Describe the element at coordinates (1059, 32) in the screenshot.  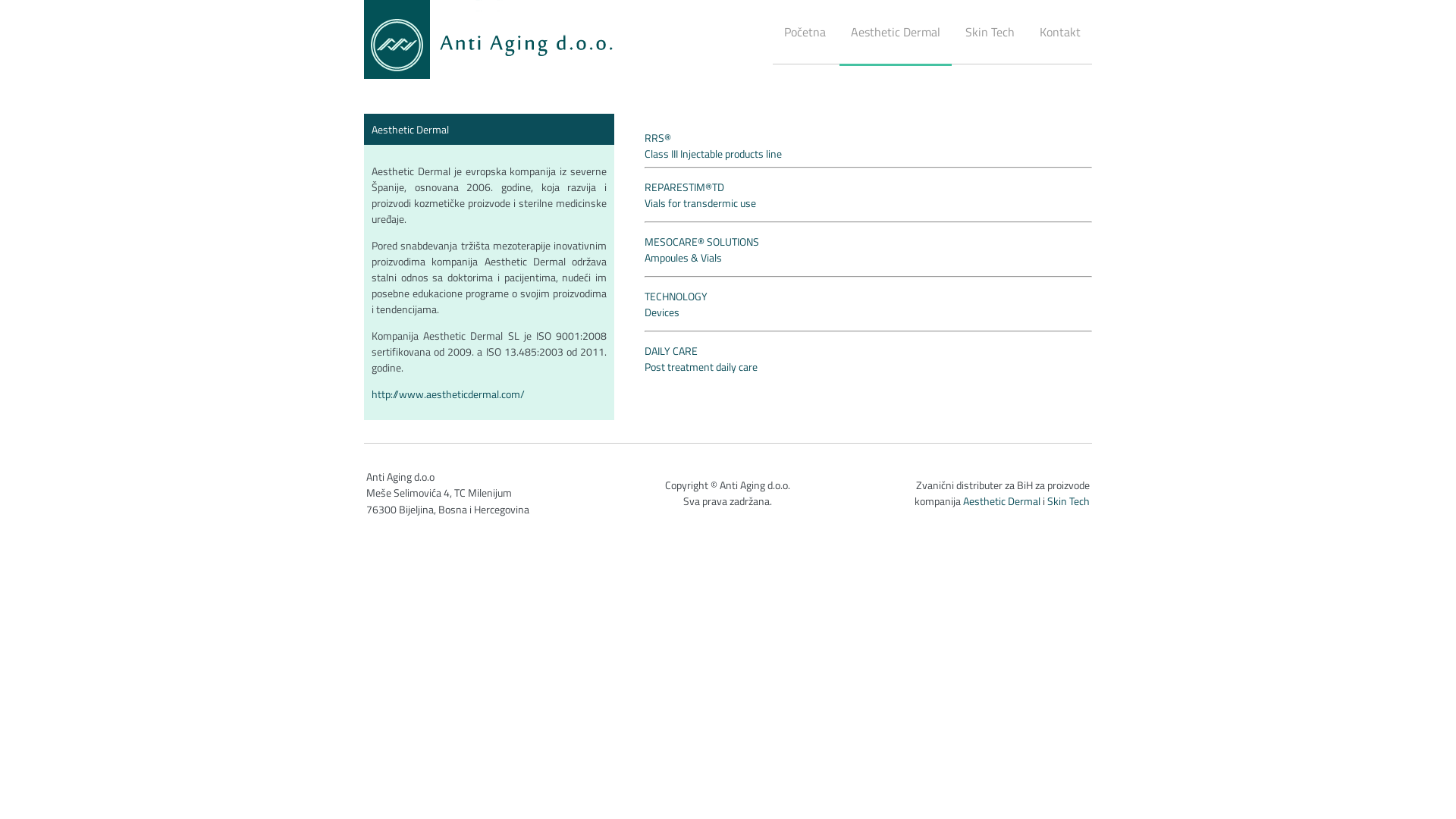
I see `'Kontakt'` at that location.